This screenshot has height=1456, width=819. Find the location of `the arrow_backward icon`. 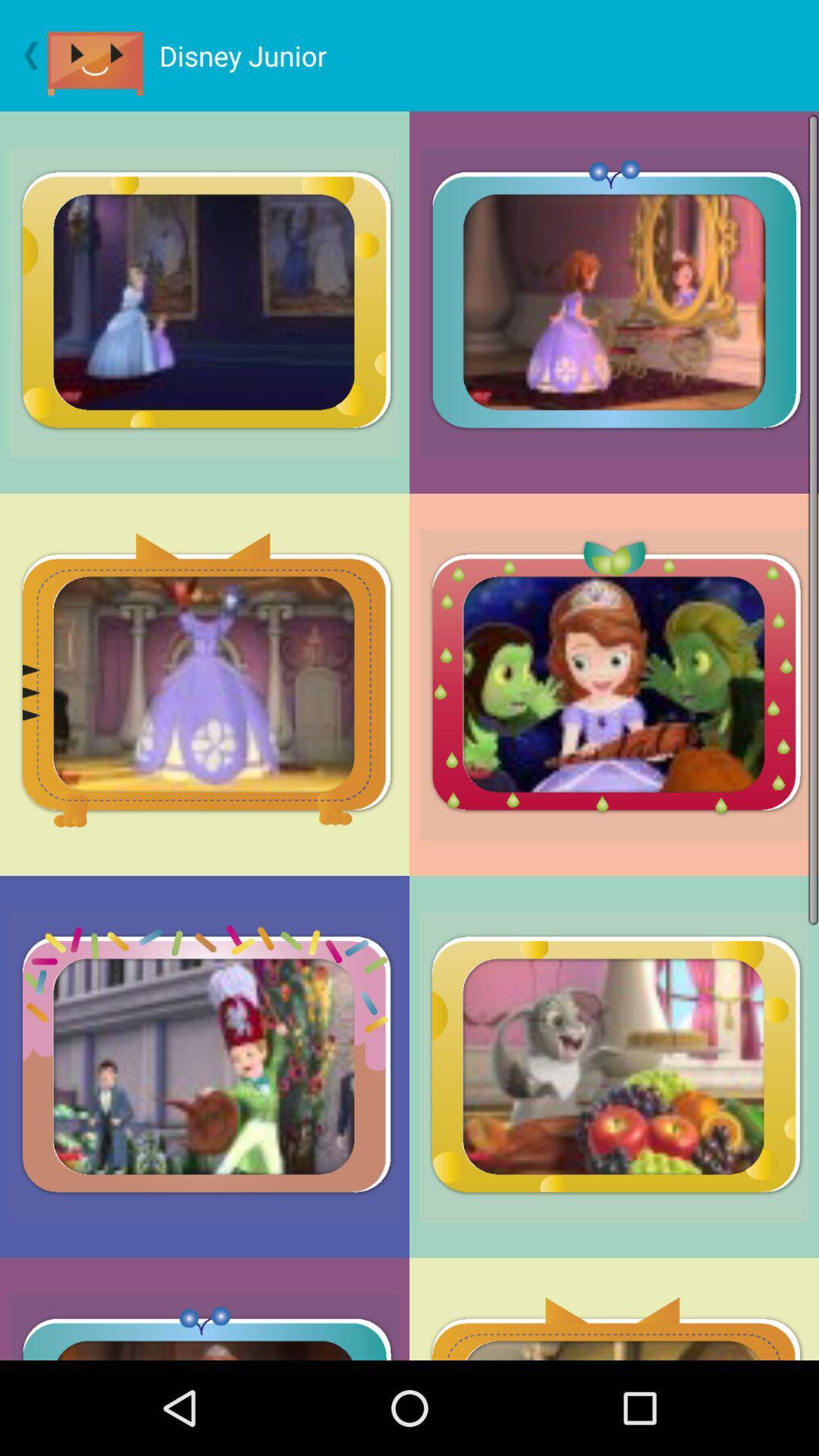

the arrow_backward icon is located at coordinates (24, 59).